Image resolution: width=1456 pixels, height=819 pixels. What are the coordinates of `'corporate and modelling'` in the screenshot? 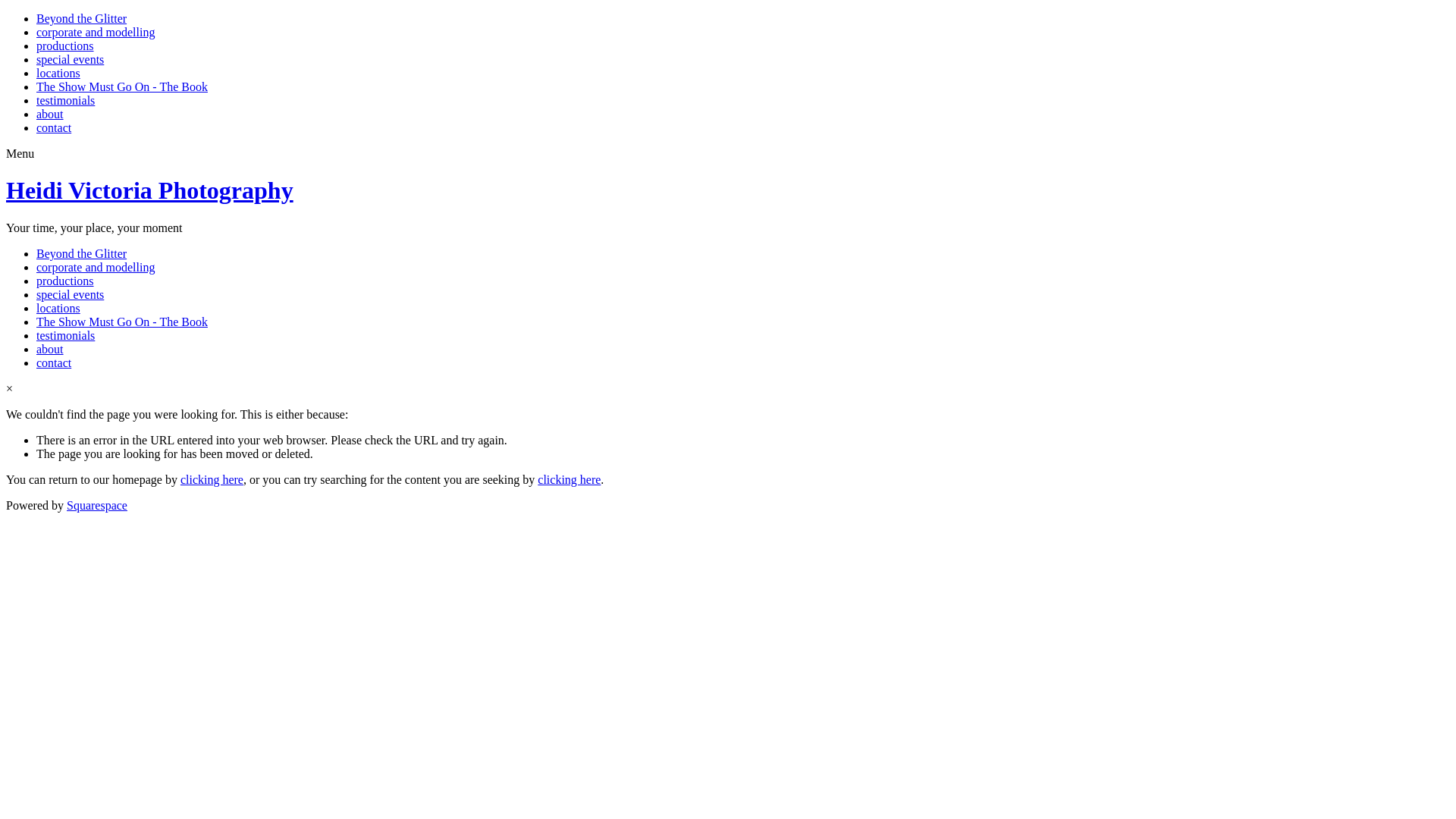 It's located at (36, 32).